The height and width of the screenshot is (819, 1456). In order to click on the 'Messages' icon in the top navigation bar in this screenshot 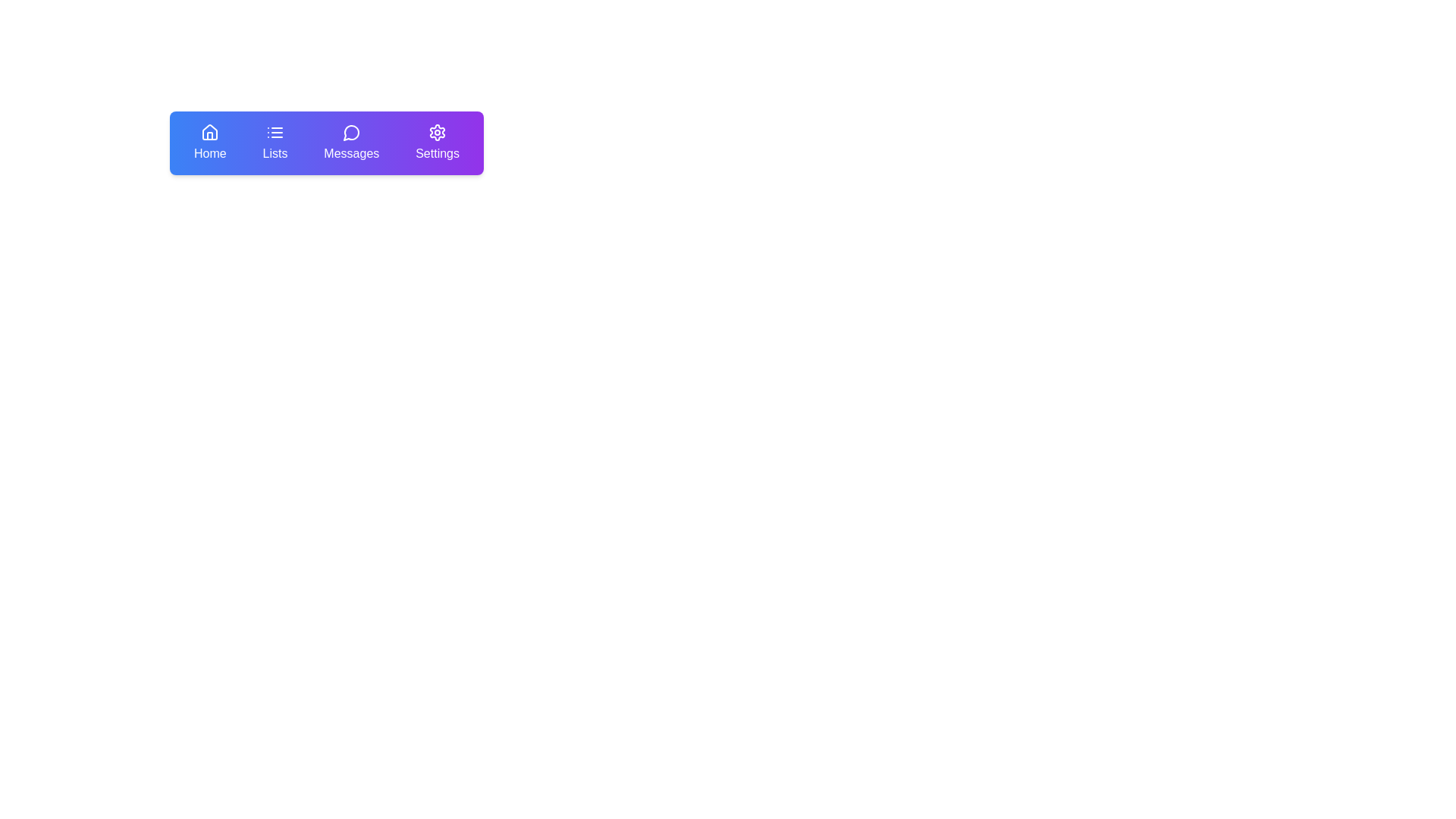, I will do `click(350, 131)`.